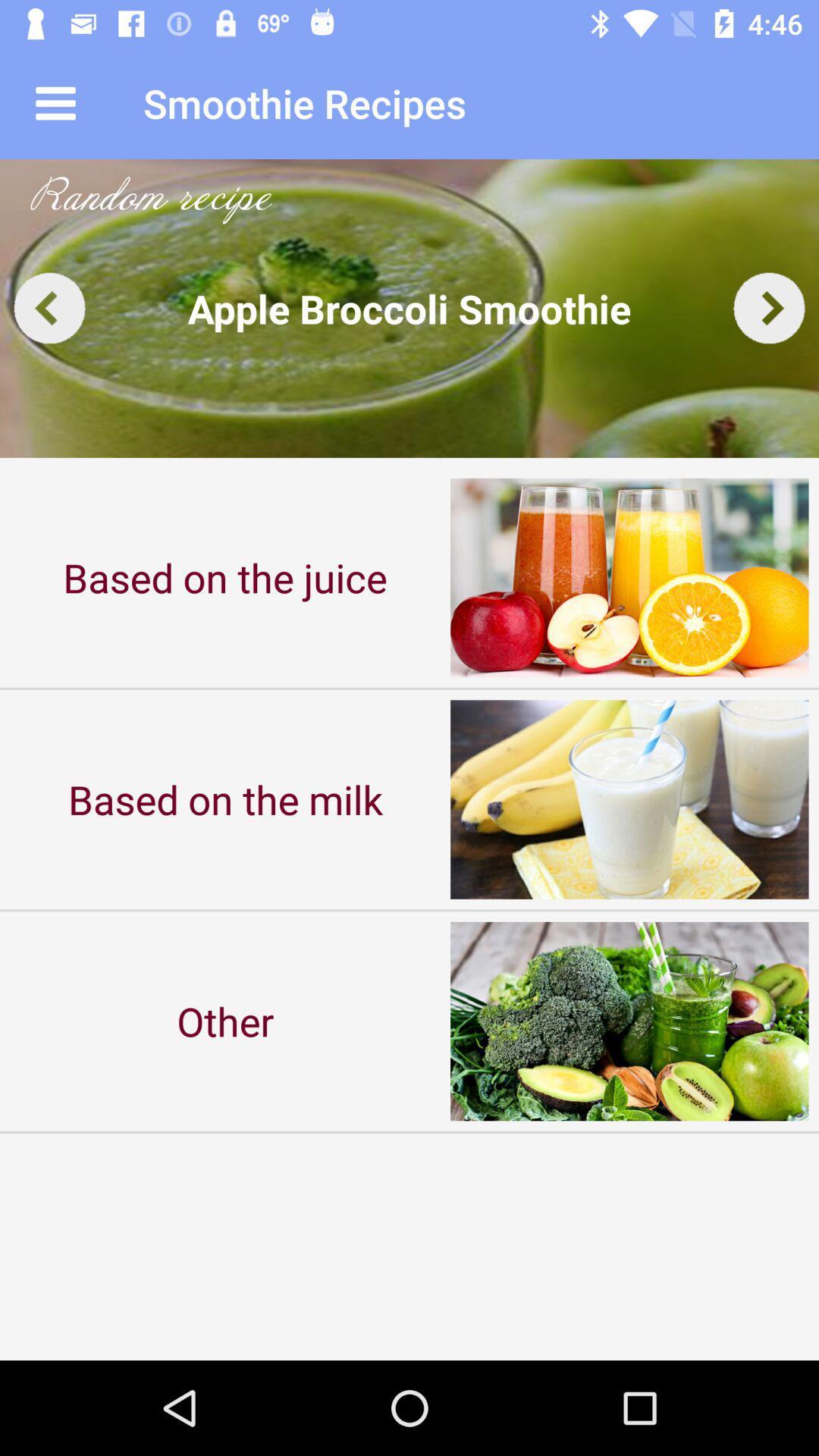  I want to click on click the auto play, so click(409, 307).